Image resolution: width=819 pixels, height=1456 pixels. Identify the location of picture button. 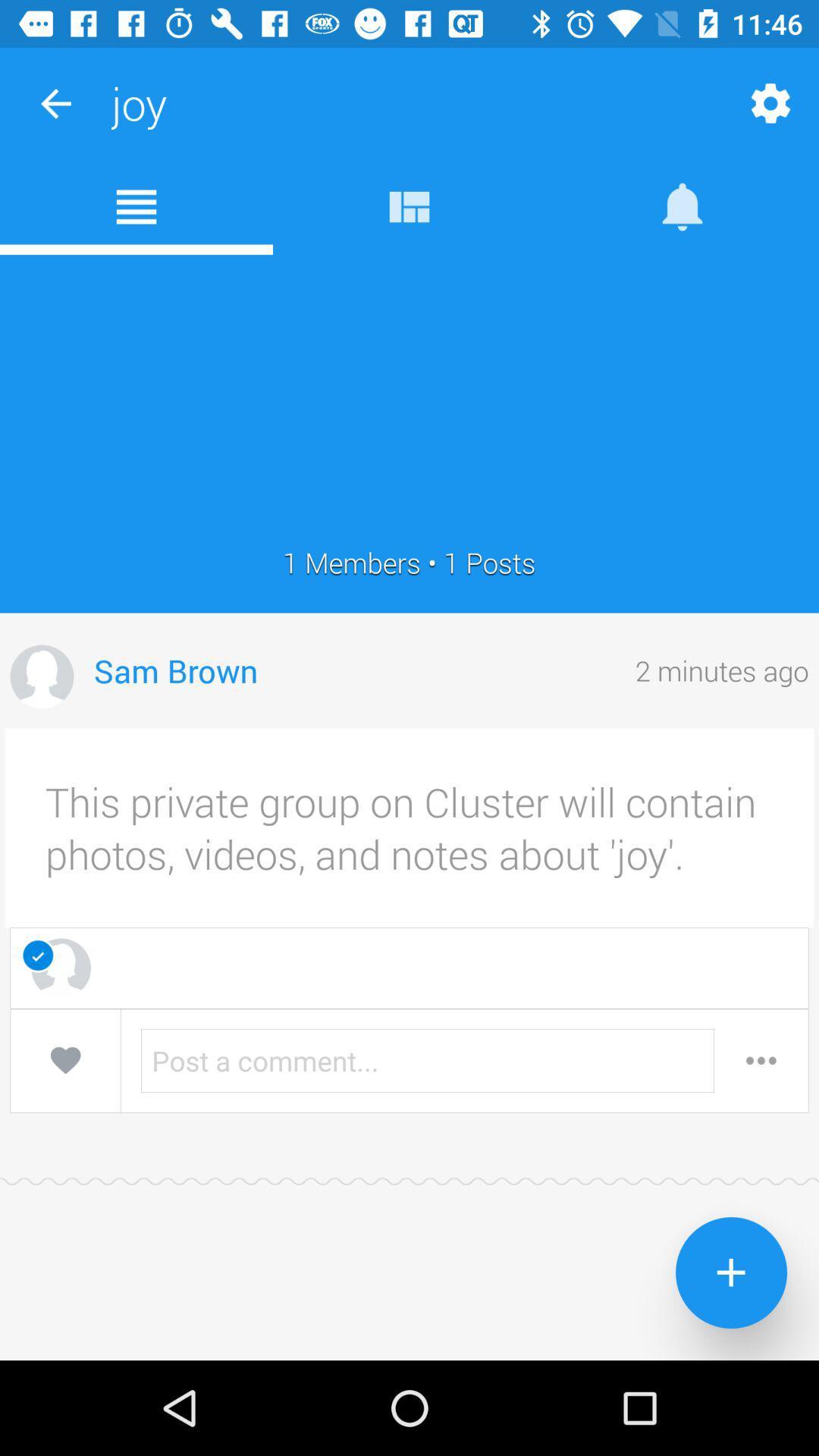
(41, 676).